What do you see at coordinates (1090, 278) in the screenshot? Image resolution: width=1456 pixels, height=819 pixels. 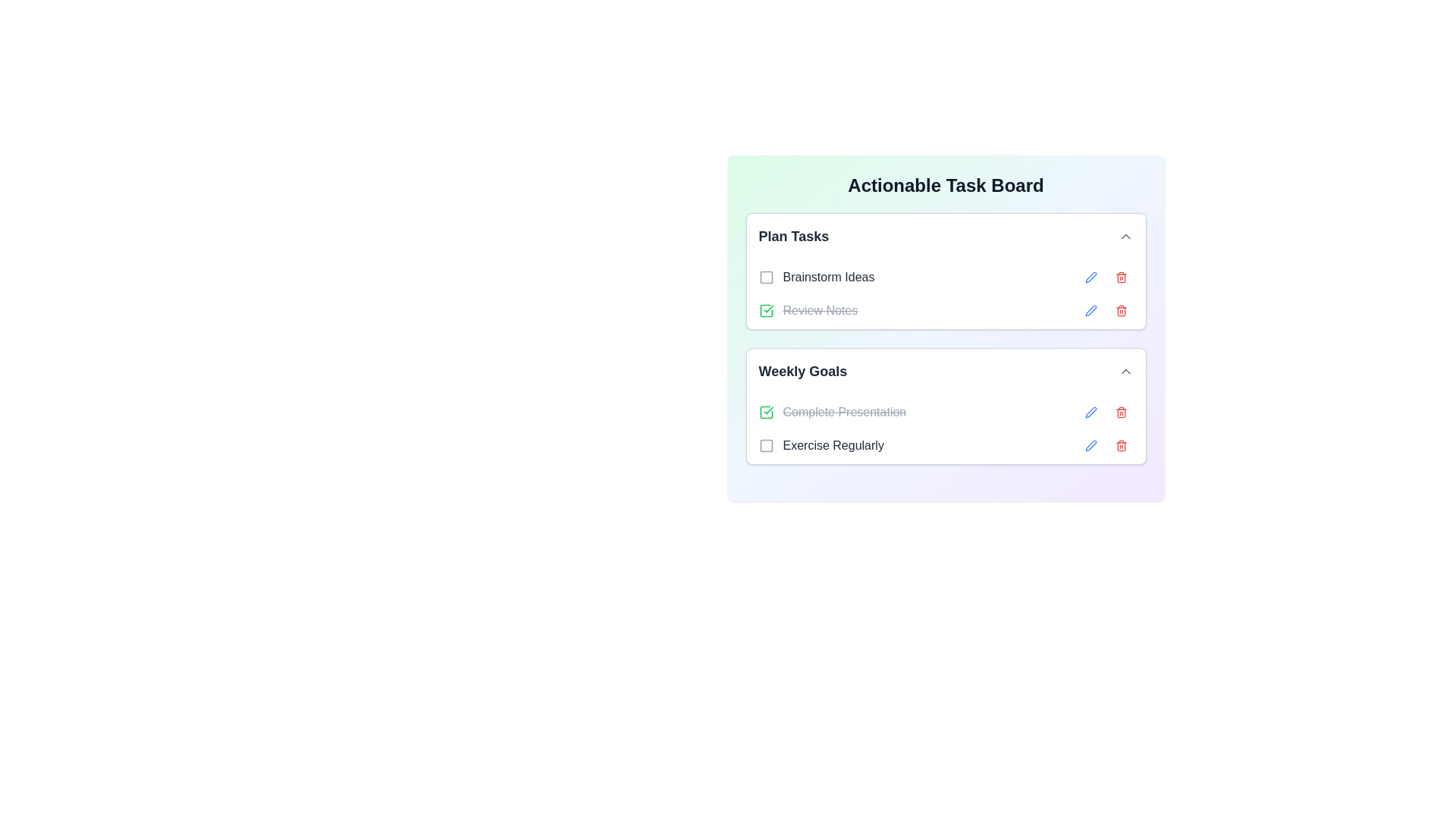 I see `the 'Edit' icon button located at the top-right corner of the 'Review Notes' item row in the task list` at bounding box center [1090, 278].